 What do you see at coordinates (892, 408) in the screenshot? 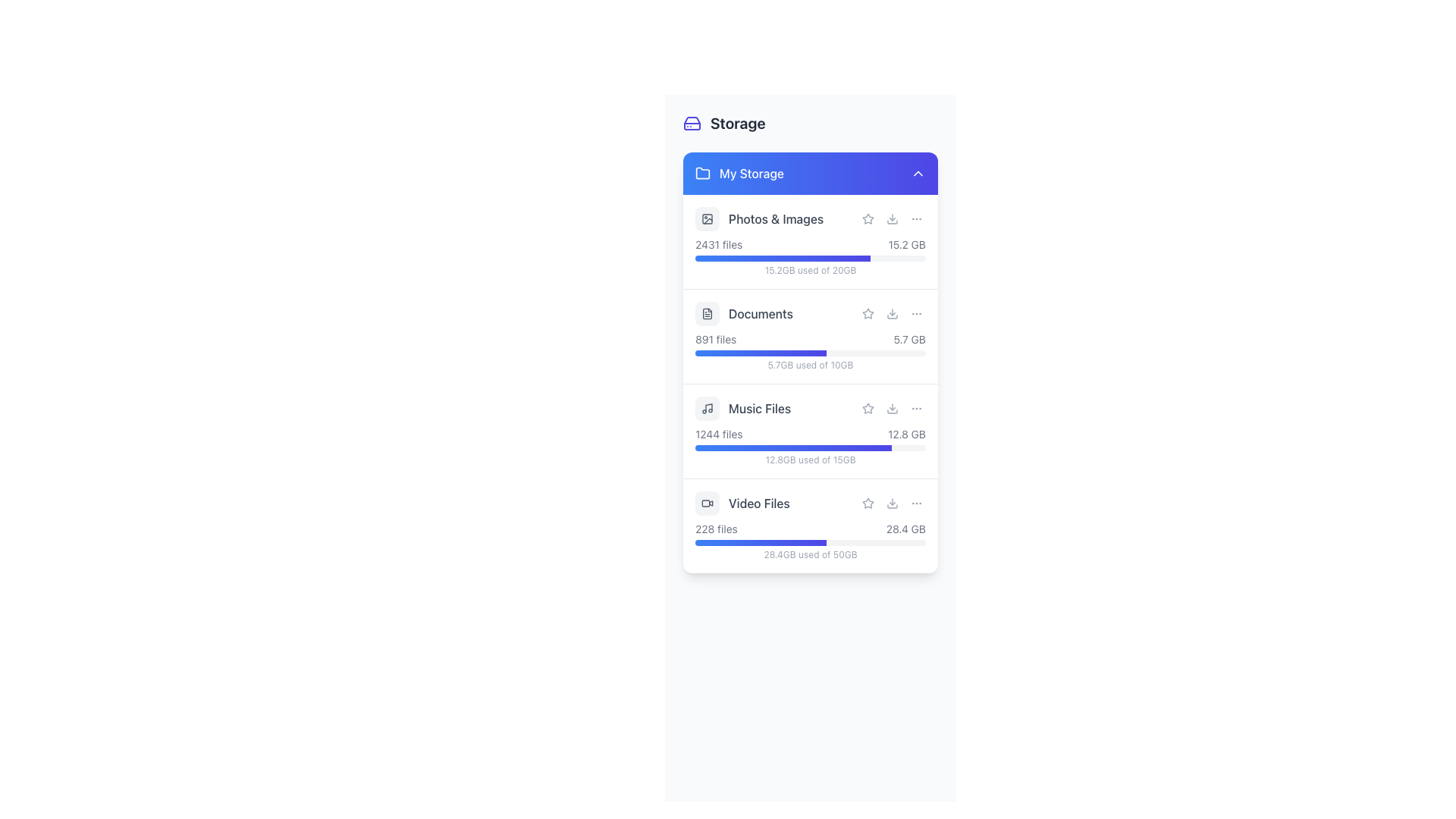
I see `the second clickable icon button` at bounding box center [892, 408].